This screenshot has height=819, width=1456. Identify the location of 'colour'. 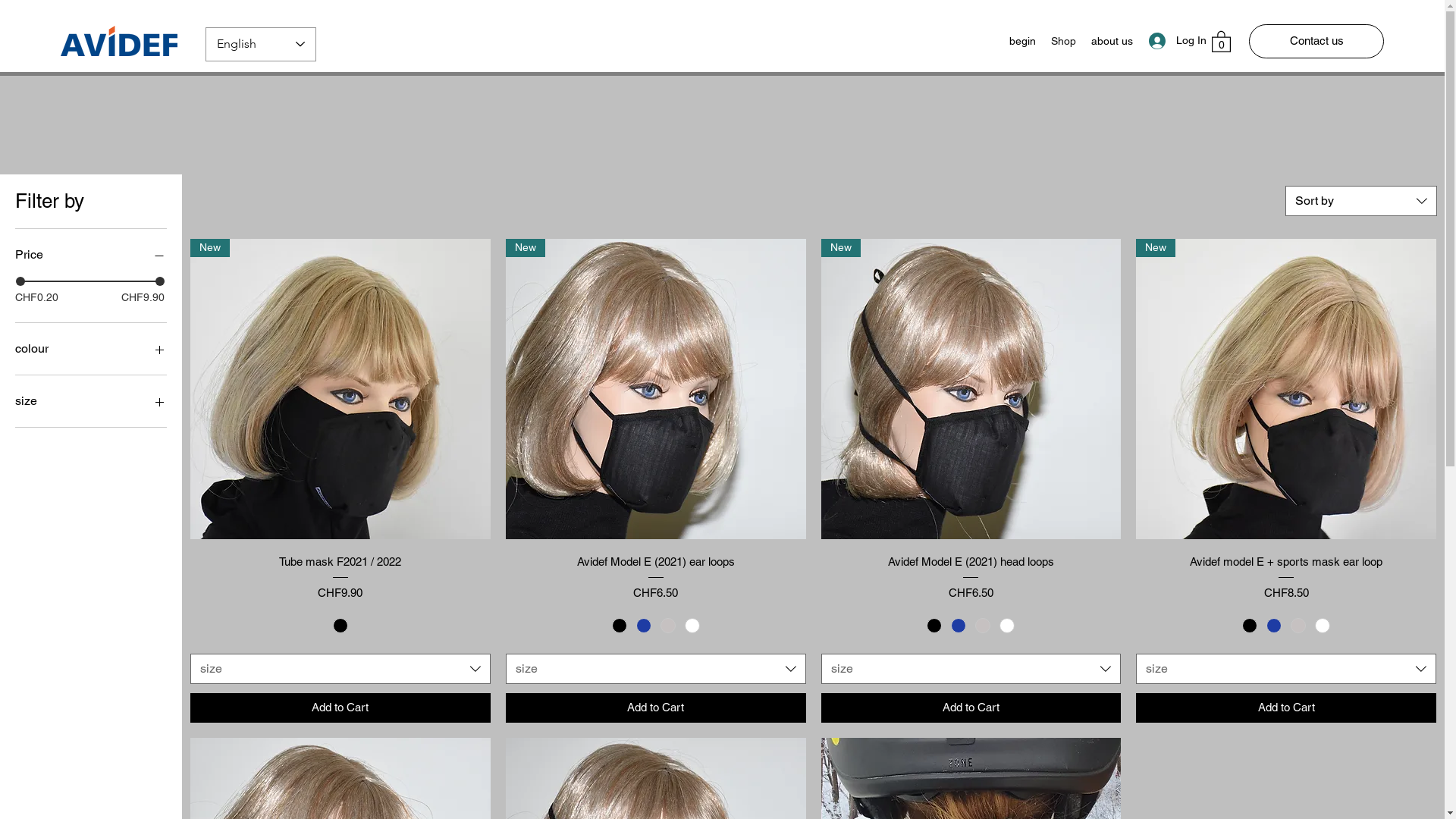
(90, 348).